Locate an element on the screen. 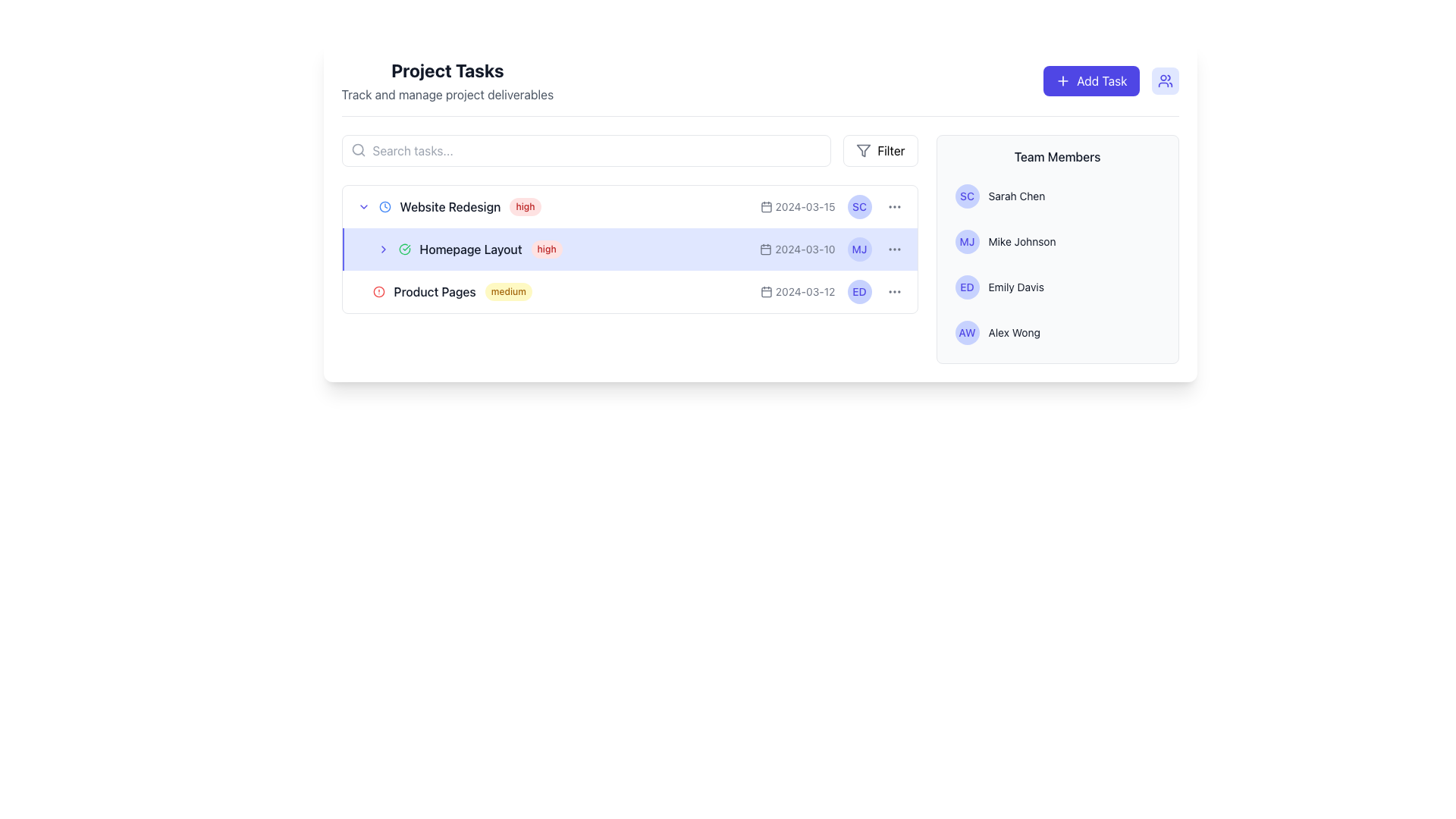  the due date text label for the task 'Website Redesign', which is the first element in its grouping next to a calendar icon to interact with it is located at coordinates (796, 207).